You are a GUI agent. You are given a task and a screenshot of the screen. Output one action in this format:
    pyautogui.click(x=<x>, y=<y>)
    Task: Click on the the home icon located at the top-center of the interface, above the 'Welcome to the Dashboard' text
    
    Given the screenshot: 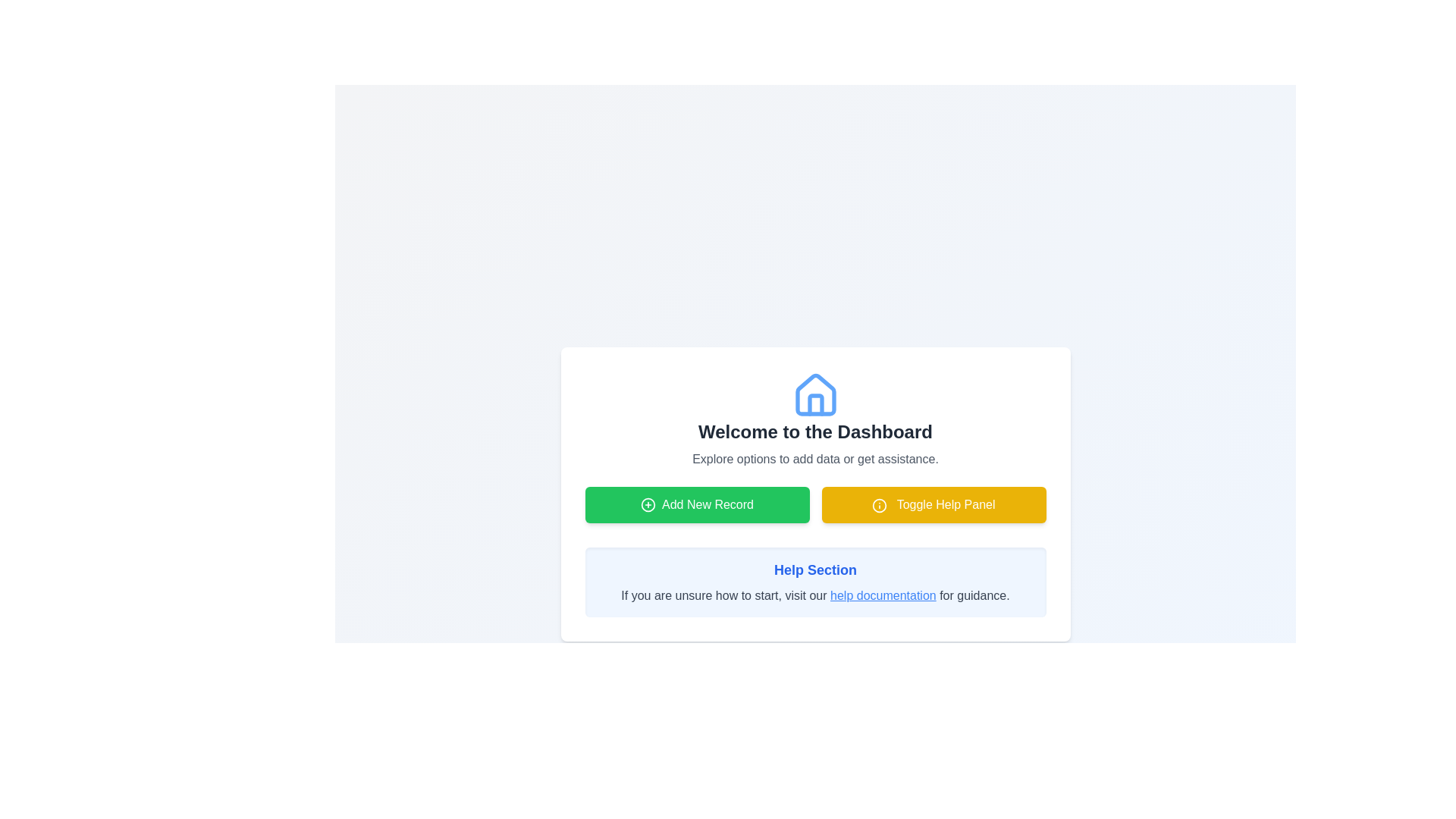 What is the action you would take?
    pyautogui.click(x=814, y=394)
    